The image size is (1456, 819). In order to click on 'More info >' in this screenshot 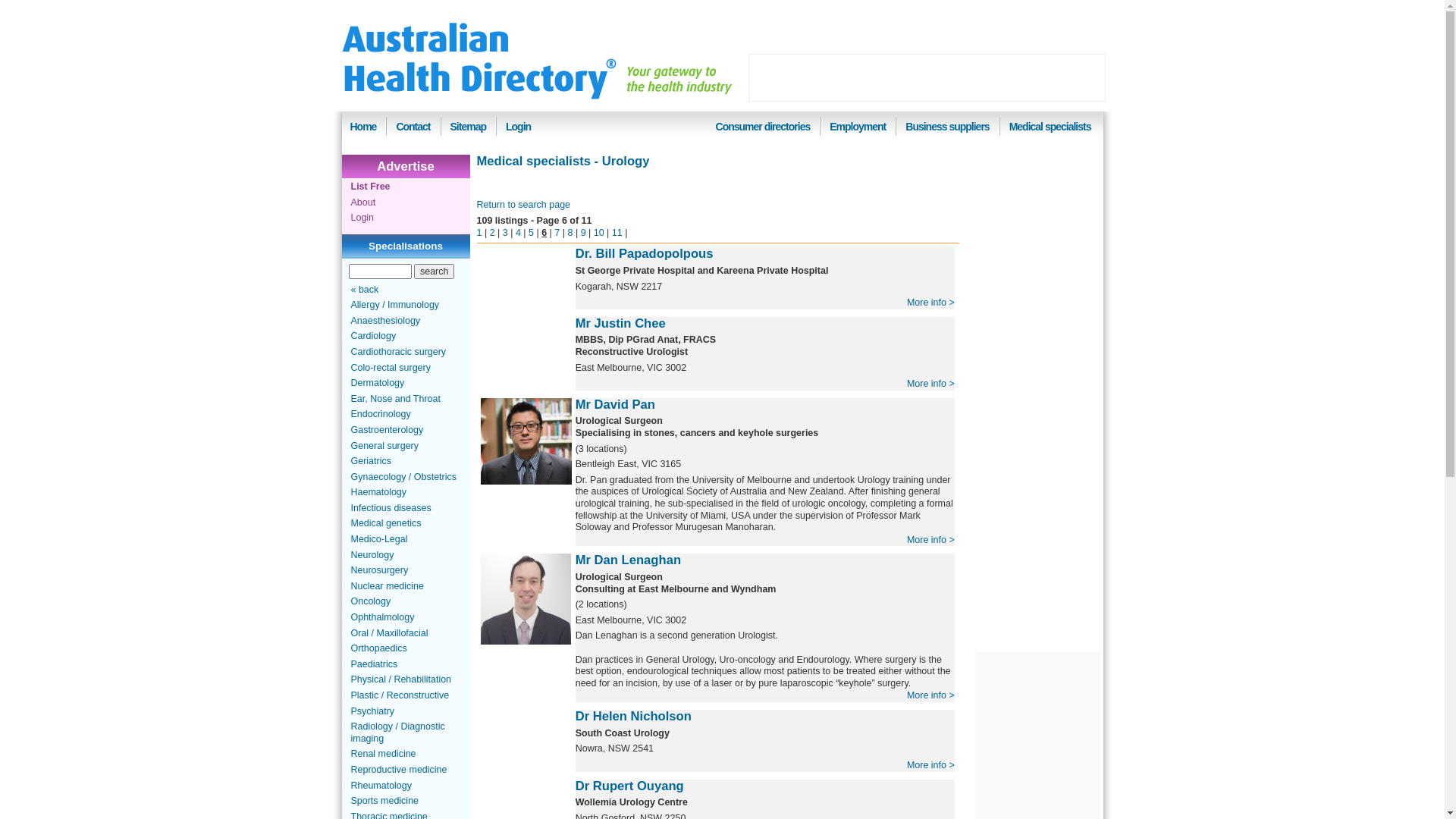, I will do `click(930, 765)`.